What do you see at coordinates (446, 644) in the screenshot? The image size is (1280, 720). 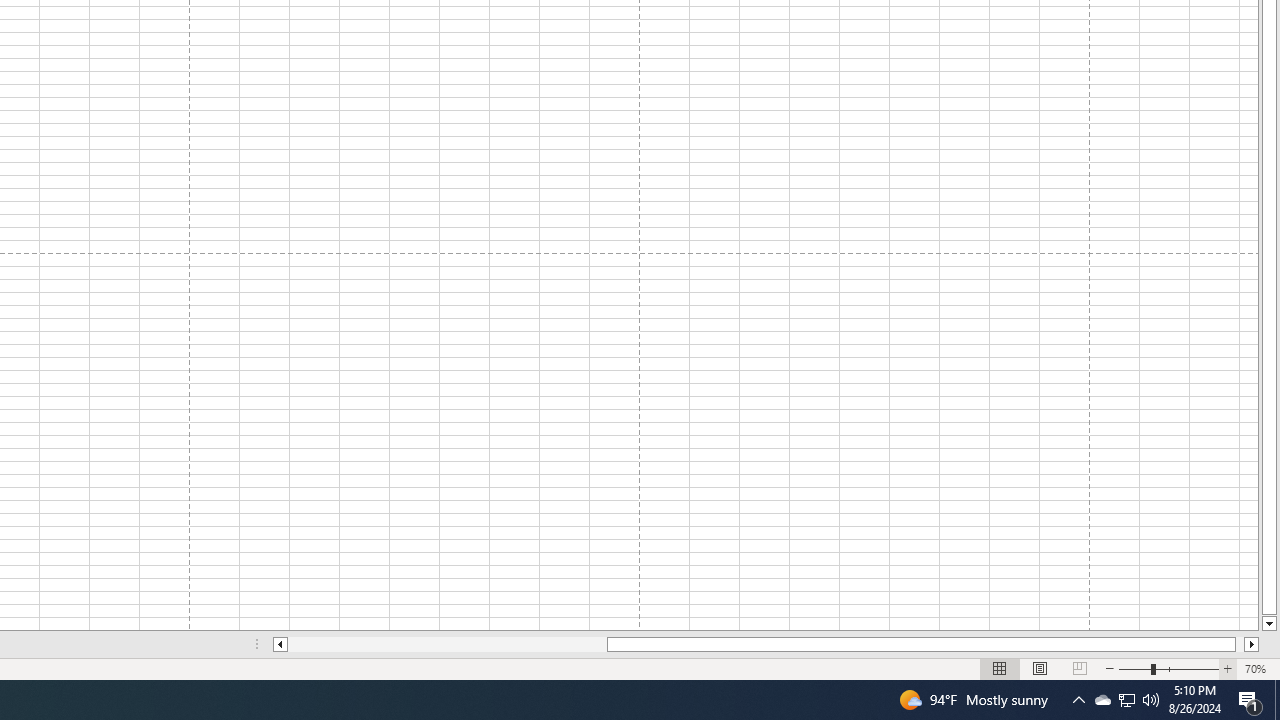 I see `'Page left'` at bounding box center [446, 644].